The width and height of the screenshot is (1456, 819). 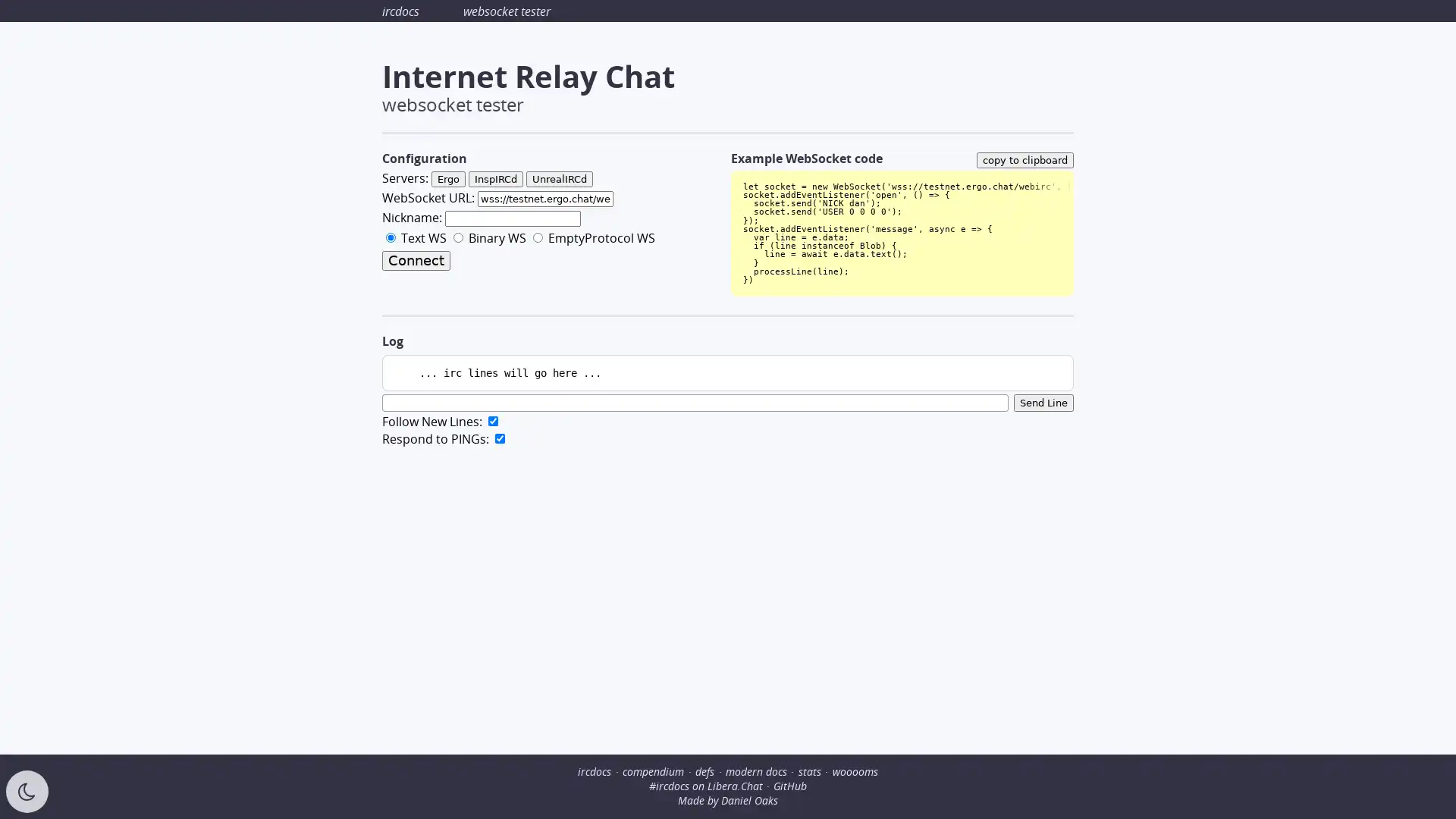 I want to click on Connect, so click(x=416, y=259).